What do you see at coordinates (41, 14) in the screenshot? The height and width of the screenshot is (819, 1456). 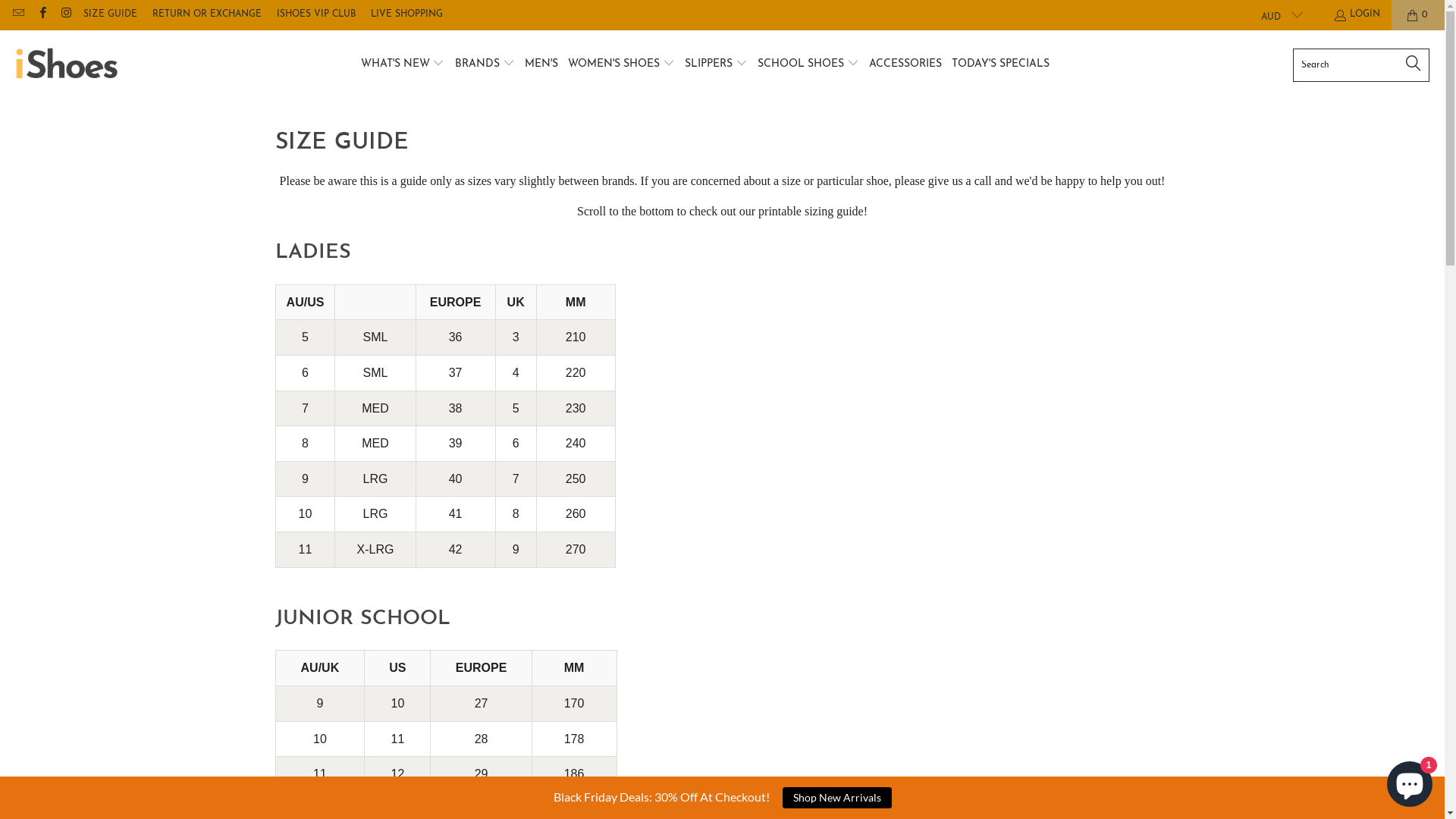 I see `'iShoes on Facebook'` at bounding box center [41, 14].